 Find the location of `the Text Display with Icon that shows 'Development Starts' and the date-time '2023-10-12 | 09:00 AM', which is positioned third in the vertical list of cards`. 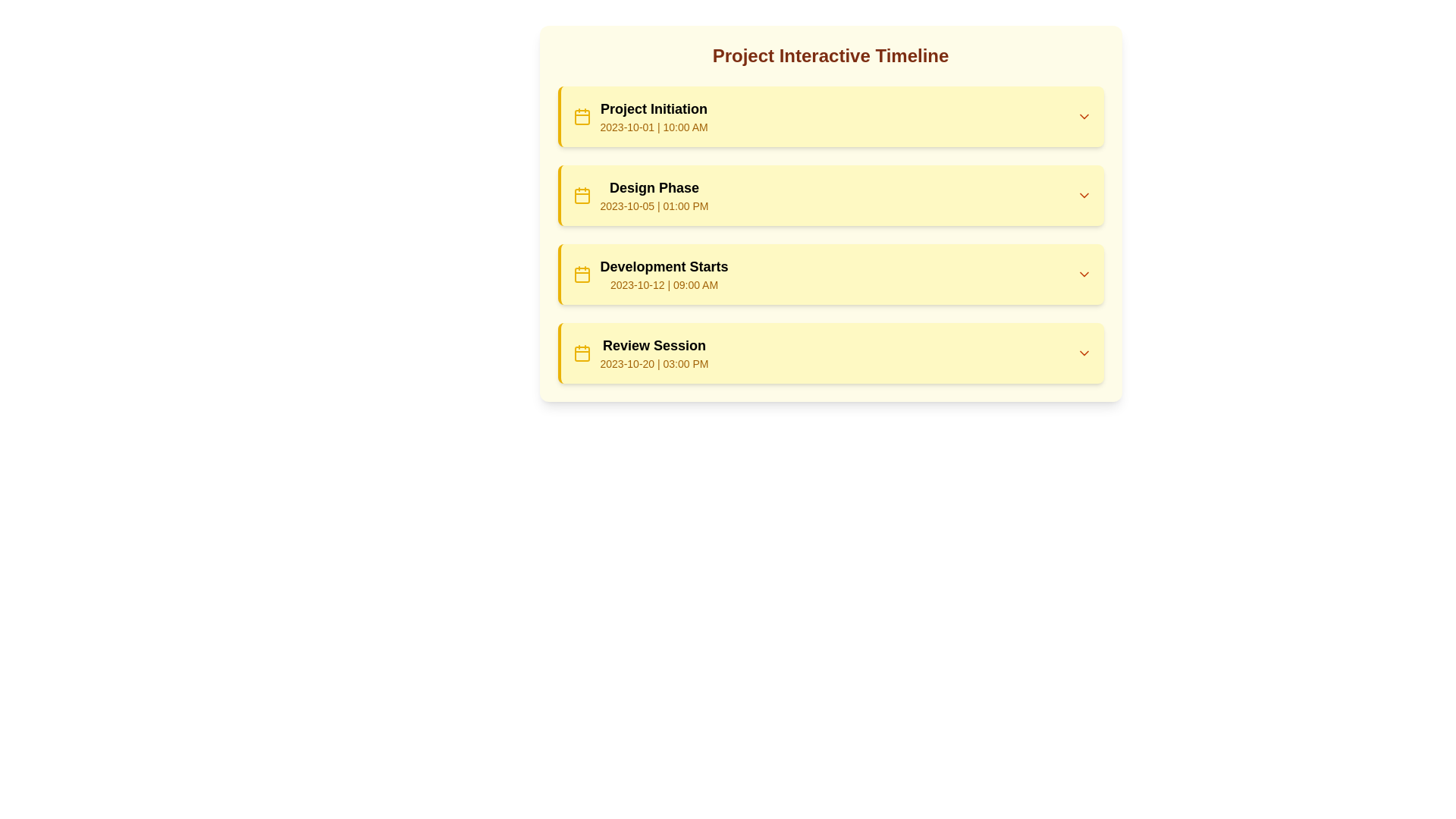

the Text Display with Icon that shows 'Development Starts' and the date-time '2023-10-12 | 09:00 AM', which is positioned third in the vertical list of cards is located at coordinates (651, 275).